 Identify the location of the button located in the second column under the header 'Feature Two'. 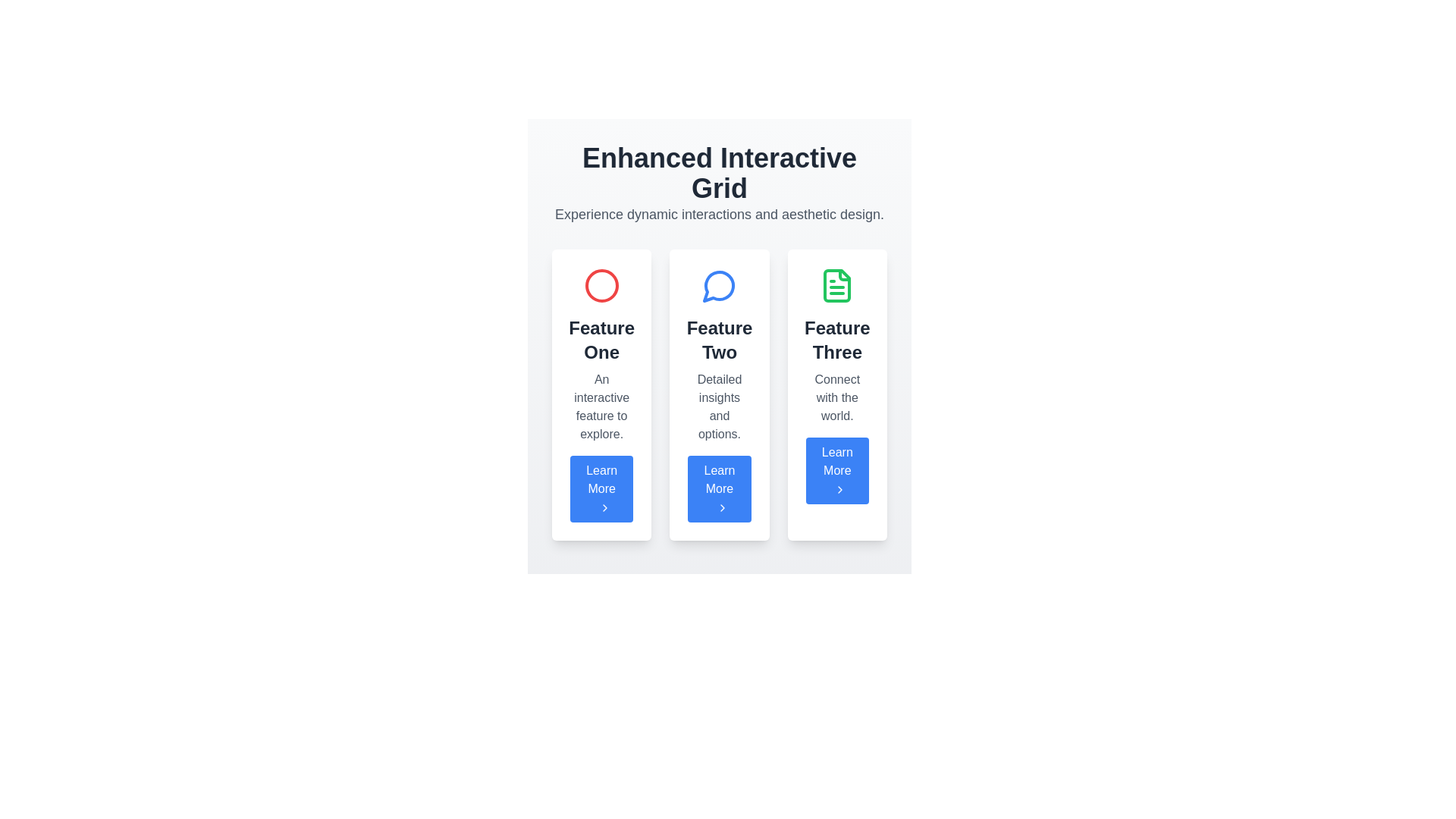
(719, 488).